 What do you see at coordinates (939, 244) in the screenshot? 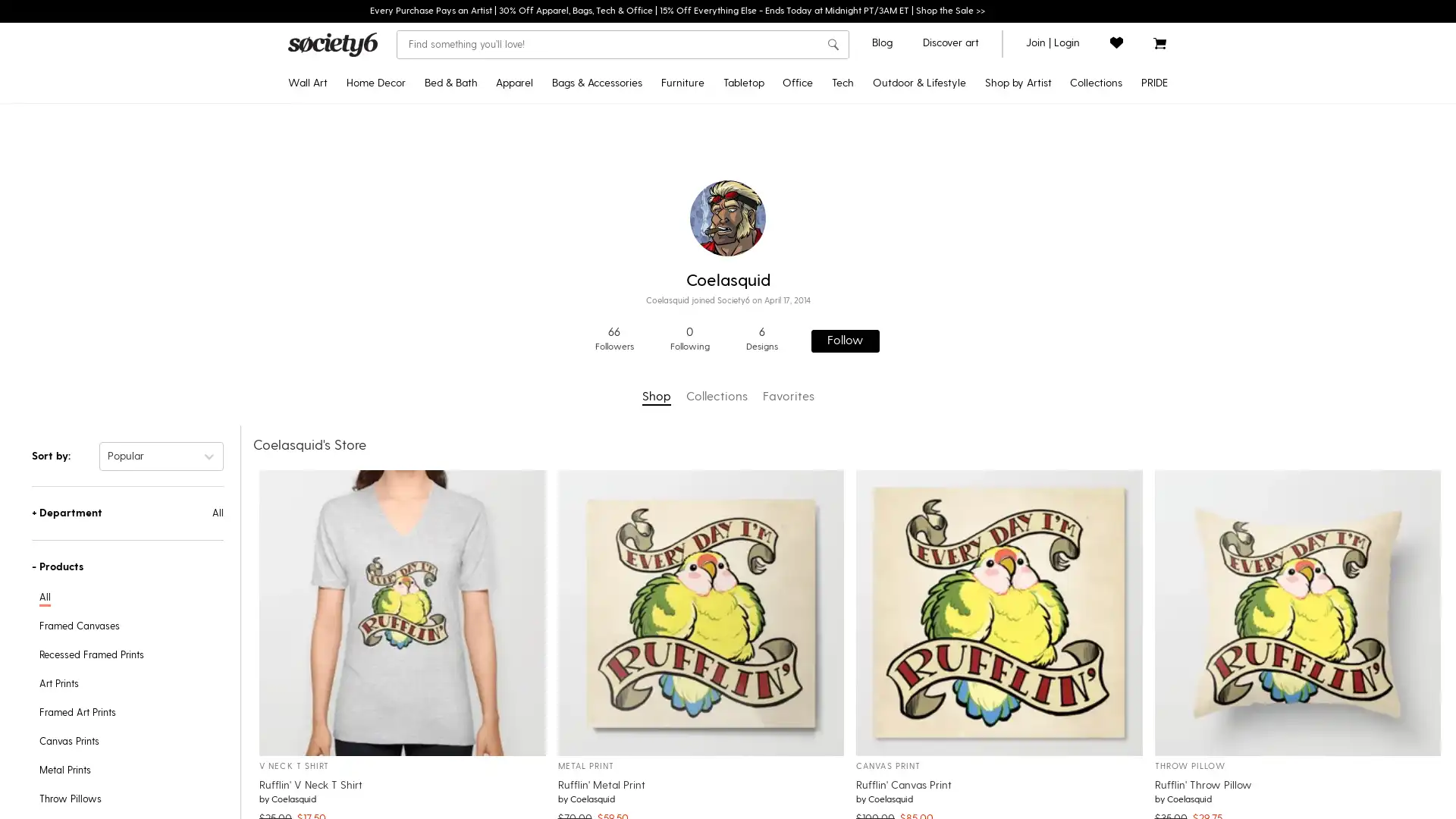
I see `Outdoor Throw Pillows` at bounding box center [939, 244].